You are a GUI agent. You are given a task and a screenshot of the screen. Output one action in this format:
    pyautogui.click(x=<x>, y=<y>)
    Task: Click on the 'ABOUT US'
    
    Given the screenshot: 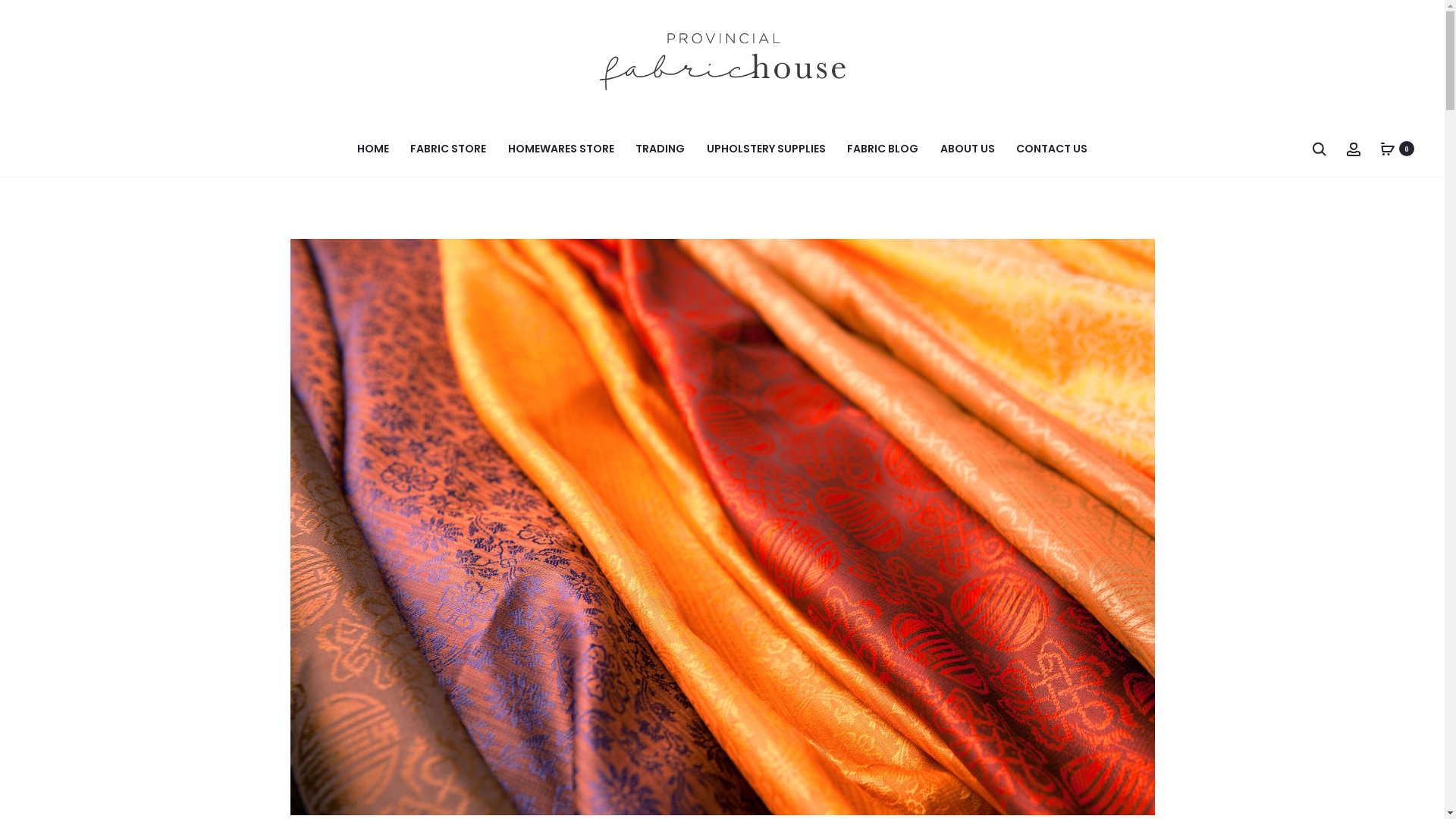 What is the action you would take?
    pyautogui.click(x=939, y=149)
    